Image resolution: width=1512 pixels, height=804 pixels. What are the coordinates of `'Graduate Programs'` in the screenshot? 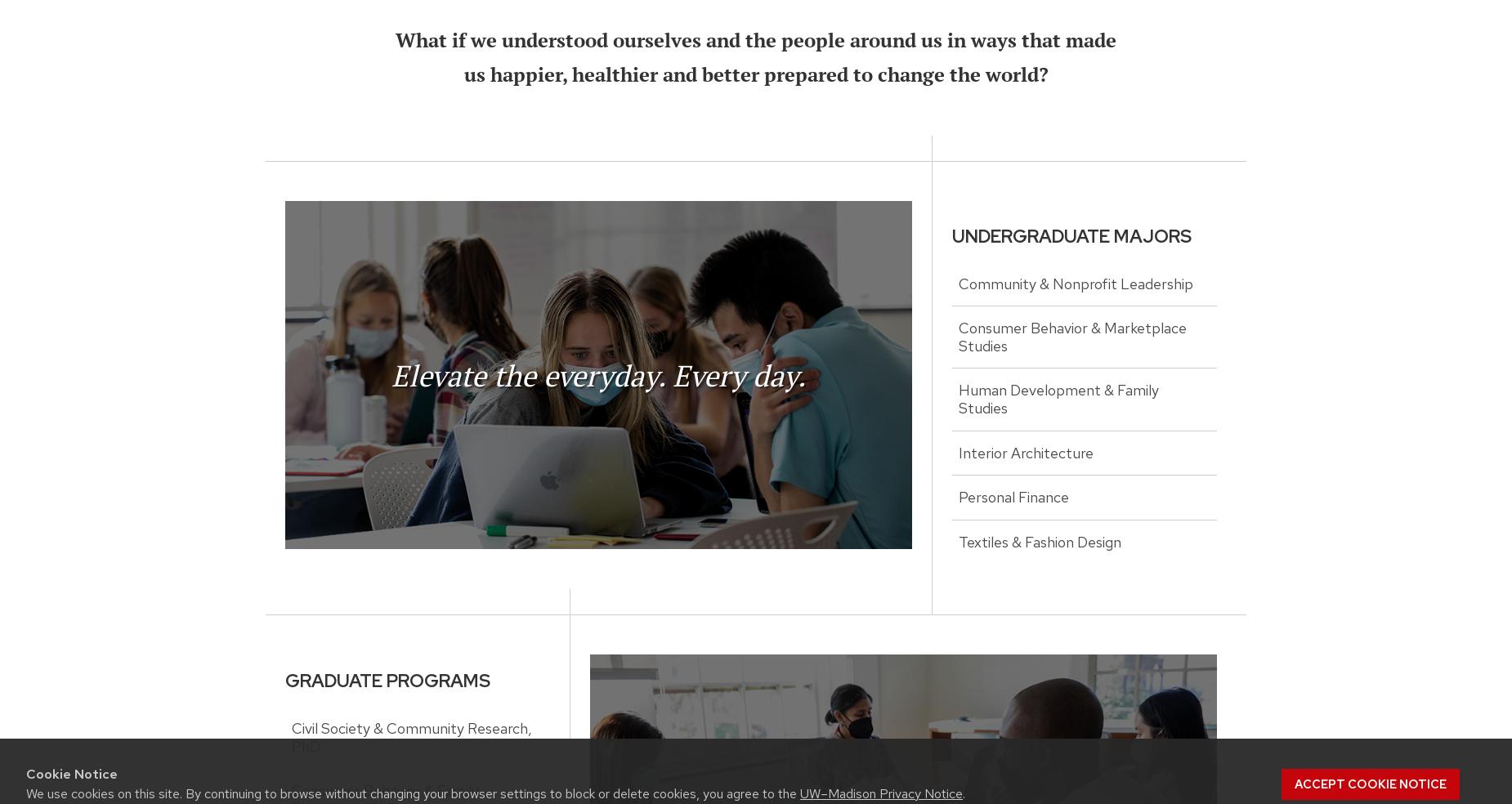 It's located at (387, 680).